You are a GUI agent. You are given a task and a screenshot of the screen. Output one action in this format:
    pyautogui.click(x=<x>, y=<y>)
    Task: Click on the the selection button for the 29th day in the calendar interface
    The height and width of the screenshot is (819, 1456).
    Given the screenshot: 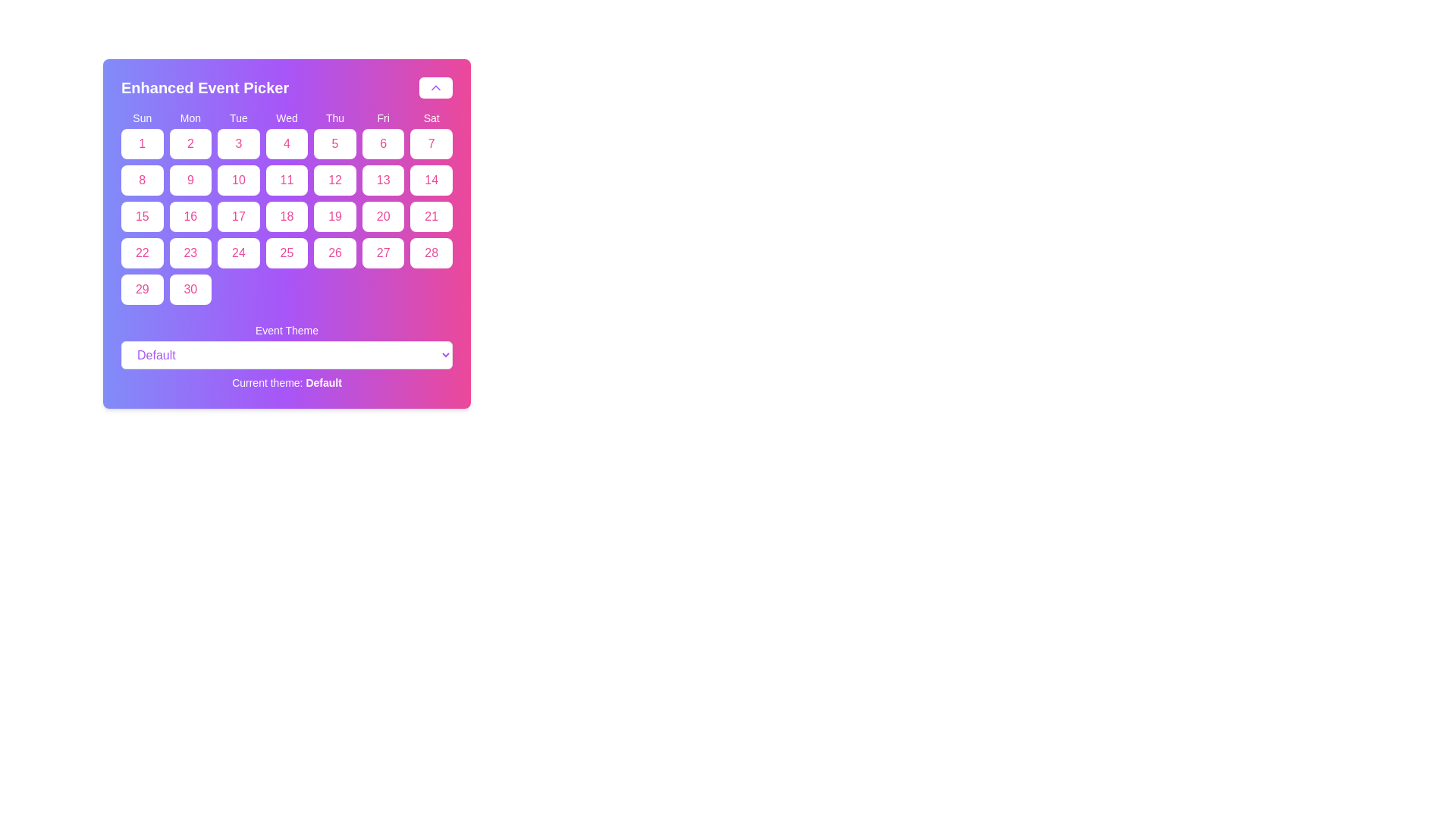 What is the action you would take?
    pyautogui.click(x=142, y=289)
    